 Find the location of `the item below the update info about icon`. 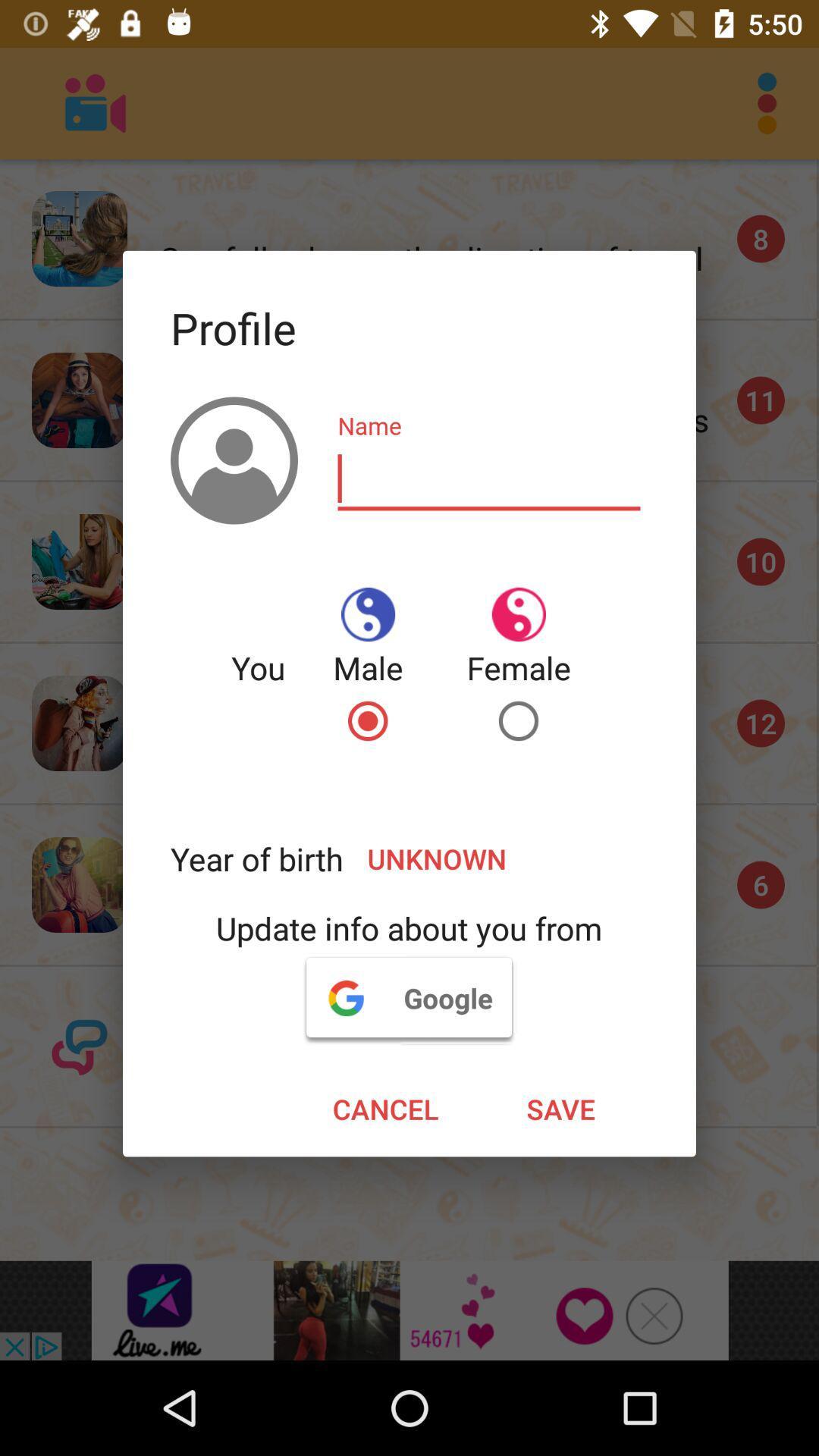

the item below the update info about icon is located at coordinates (408, 997).